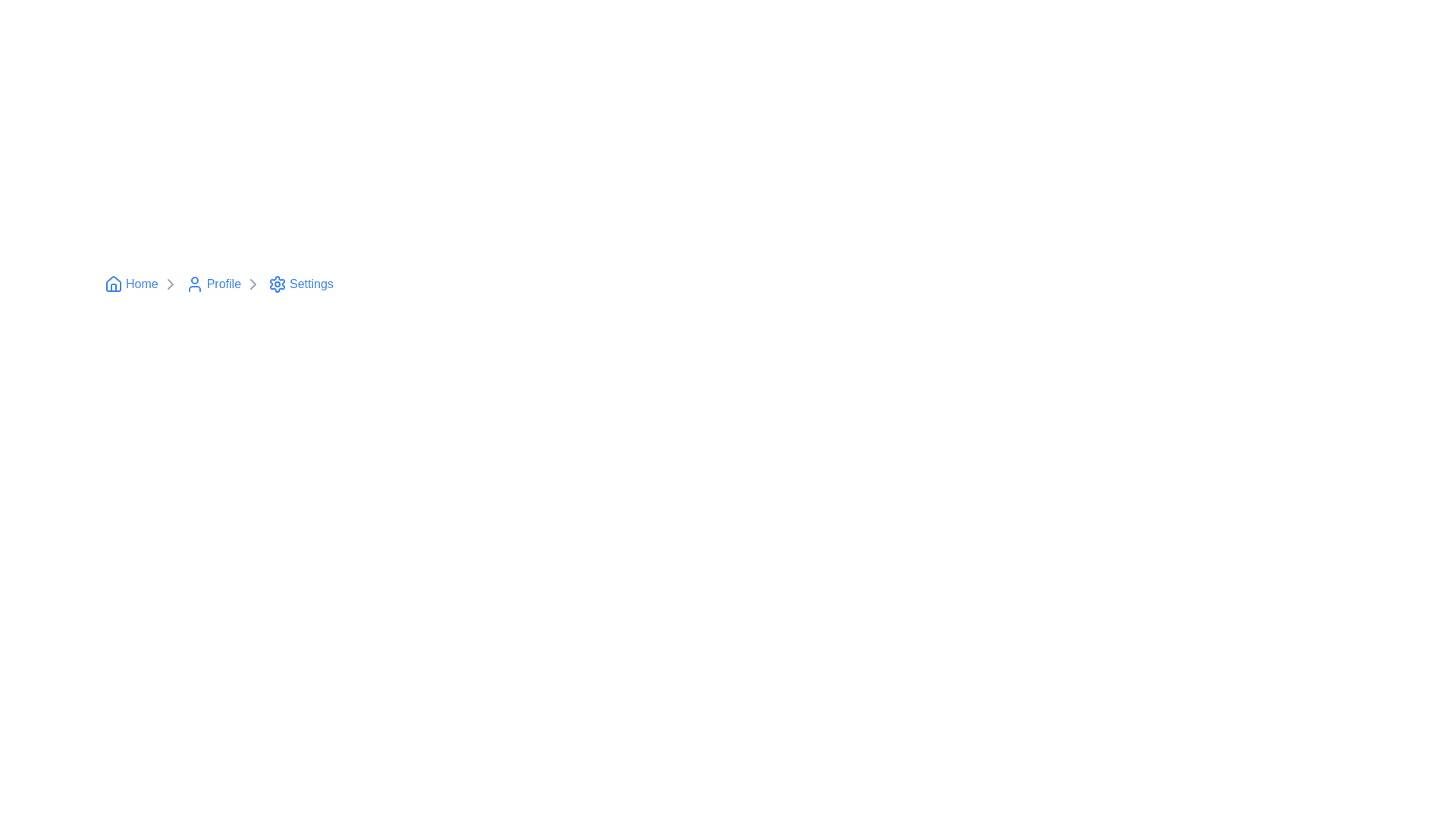  I want to click on the 'Settings' breadcrumb navigation link in the top navigation bar to underline the text, so click(300, 284).